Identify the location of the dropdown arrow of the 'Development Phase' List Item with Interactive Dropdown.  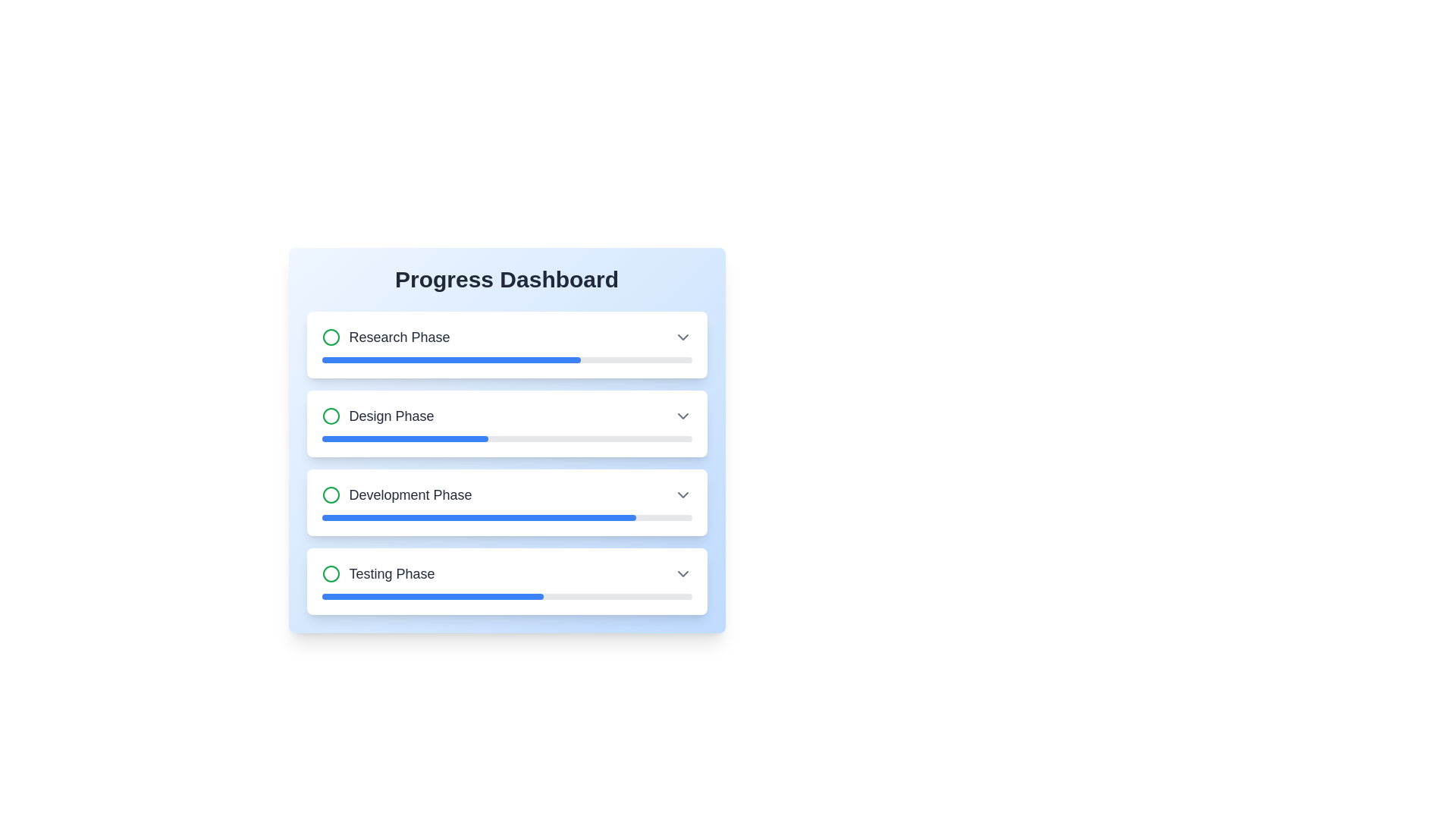
(507, 494).